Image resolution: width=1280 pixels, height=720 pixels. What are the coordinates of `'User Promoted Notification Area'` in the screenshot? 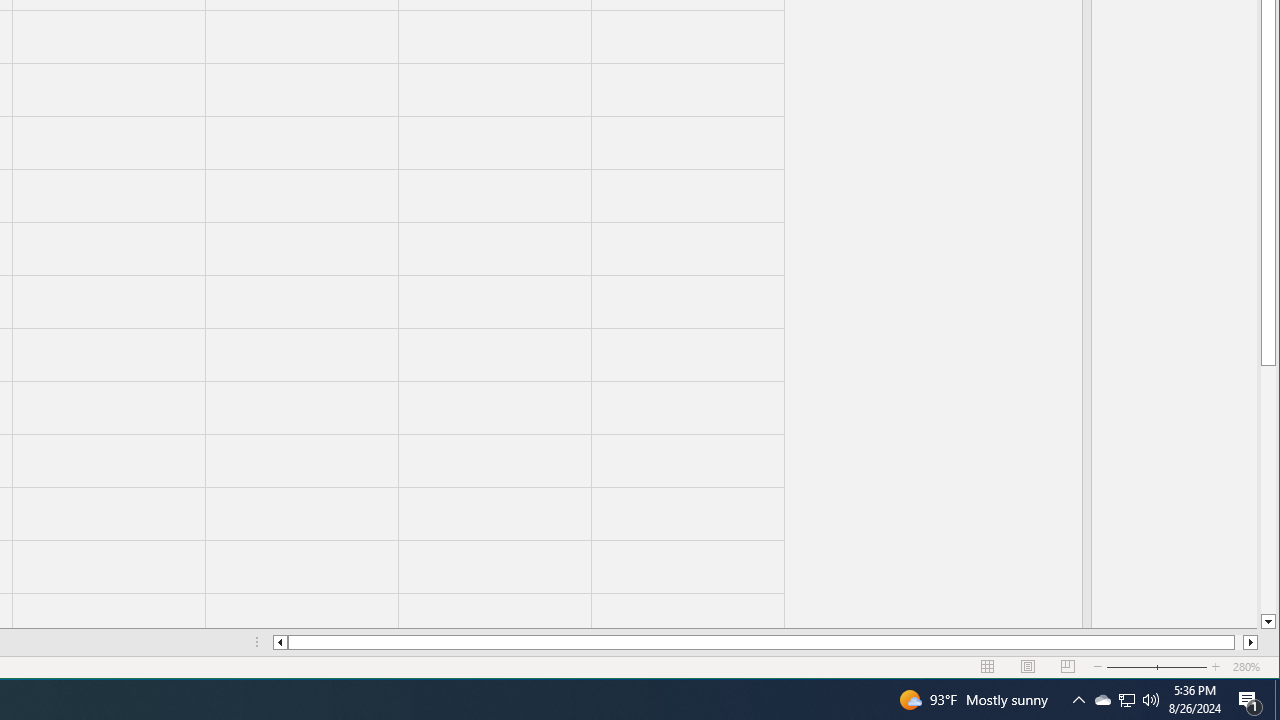 It's located at (1127, 698).